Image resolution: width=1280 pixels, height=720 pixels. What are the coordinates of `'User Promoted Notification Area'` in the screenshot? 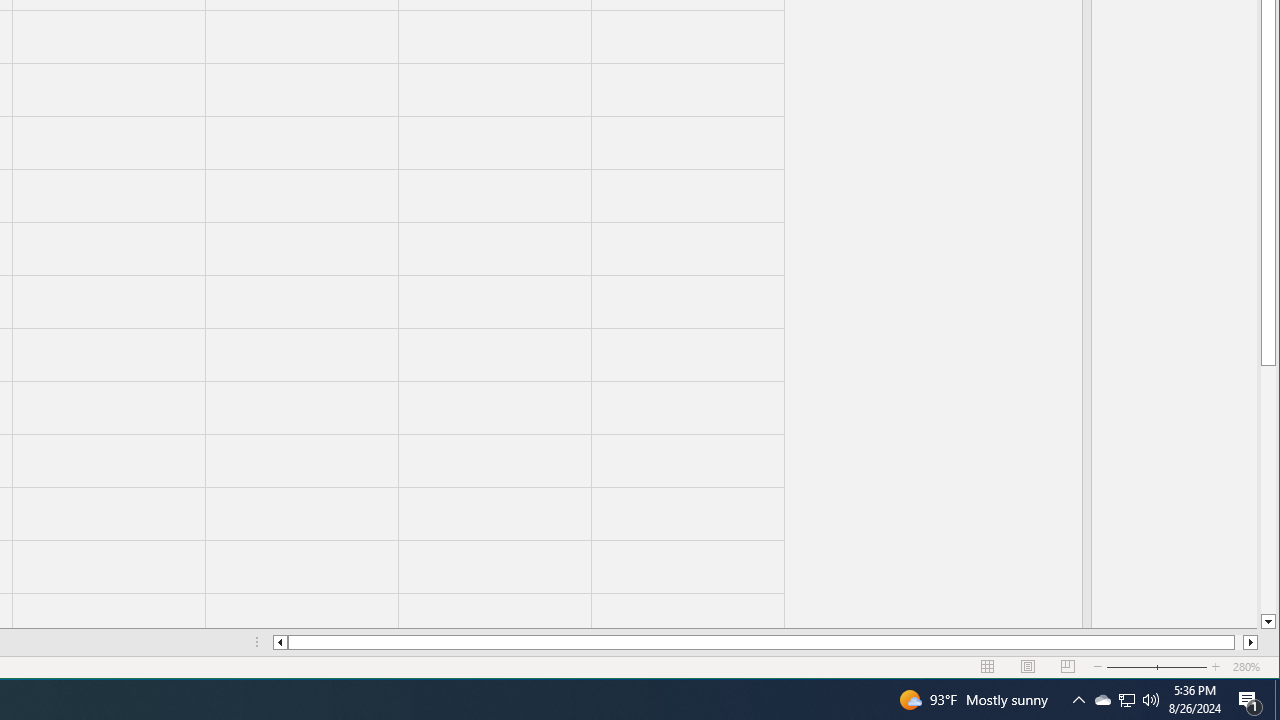 It's located at (1127, 698).